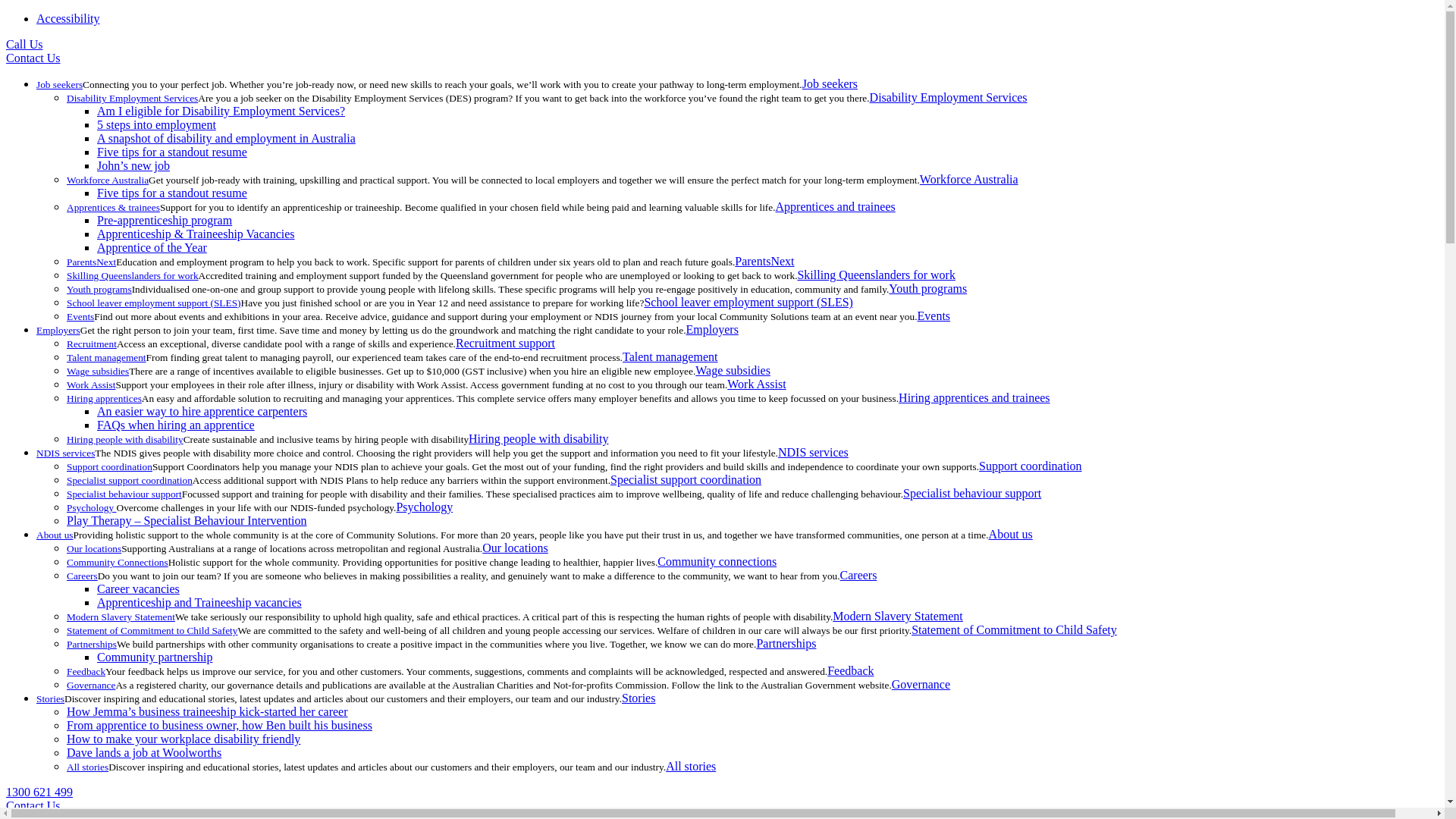 The height and width of the screenshot is (819, 1456). What do you see at coordinates (112, 207) in the screenshot?
I see `'Apprentices & trainees'` at bounding box center [112, 207].